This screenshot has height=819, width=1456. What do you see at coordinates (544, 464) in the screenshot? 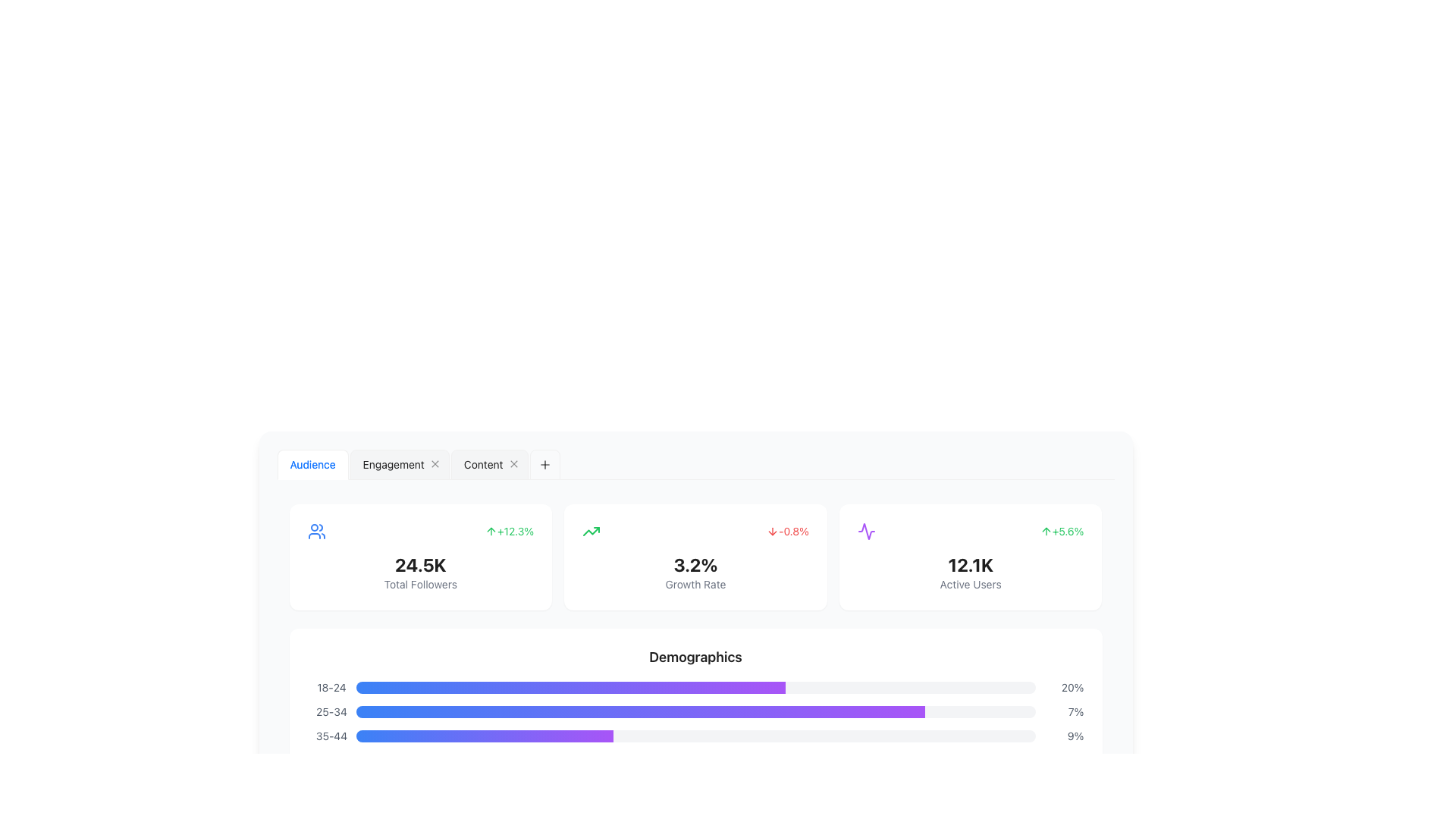
I see `the circular '+' button located to the far right of the tab navigation bar, following the 'Content' tab` at bounding box center [544, 464].